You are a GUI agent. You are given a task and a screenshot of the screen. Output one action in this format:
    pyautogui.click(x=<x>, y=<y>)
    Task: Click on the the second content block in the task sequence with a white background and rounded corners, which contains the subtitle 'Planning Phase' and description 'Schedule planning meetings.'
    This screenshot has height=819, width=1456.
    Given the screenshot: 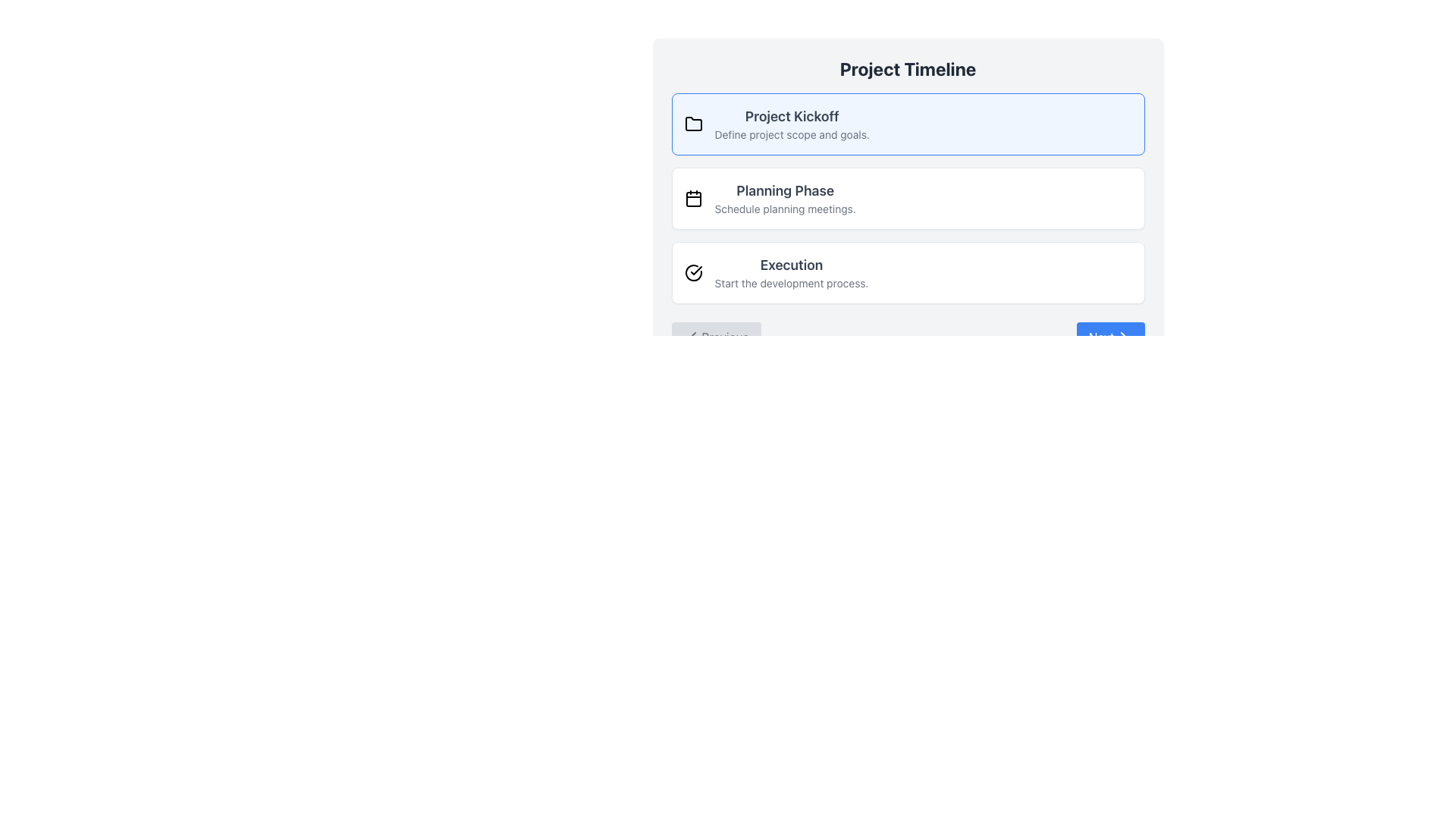 What is the action you would take?
    pyautogui.click(x=908, y=205)
    